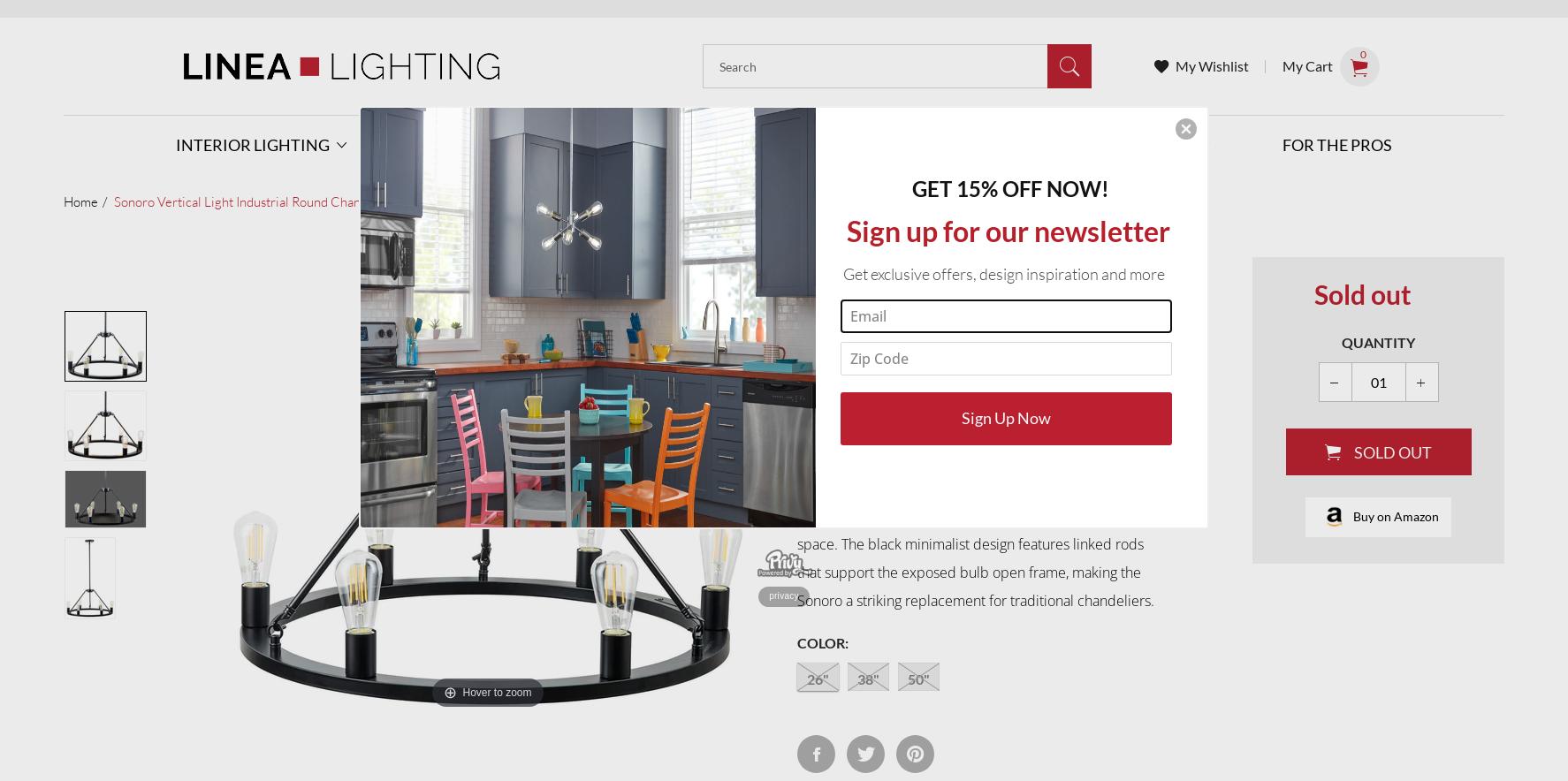 This screenshot has height=781, width=1568. I want to click on 'About Us', so click(966, 242).